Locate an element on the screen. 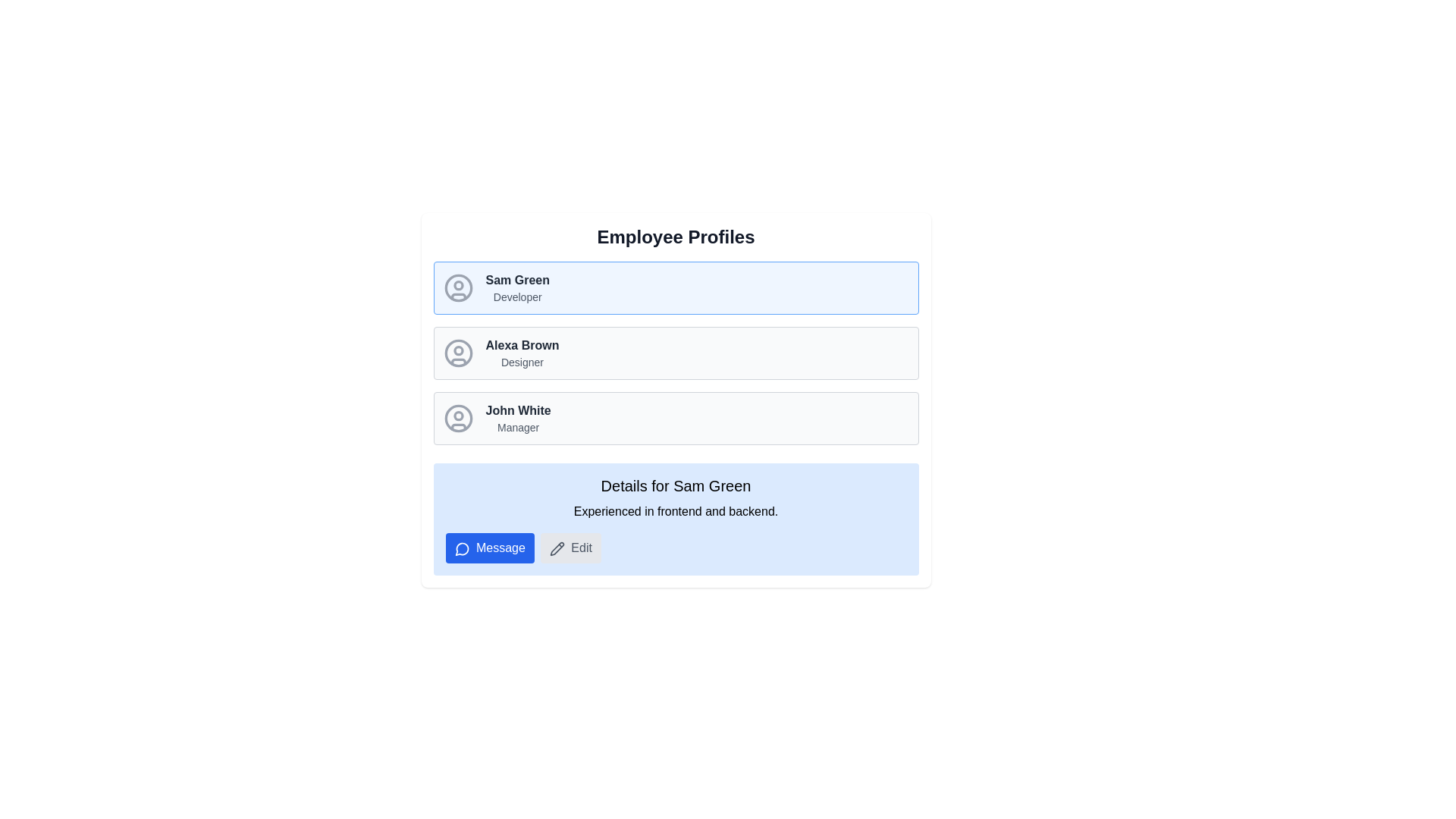 The width and height of the screenshot is (1456, 819). the third Profile card in the Employee Profiles list is located at coordinates (675, 418).